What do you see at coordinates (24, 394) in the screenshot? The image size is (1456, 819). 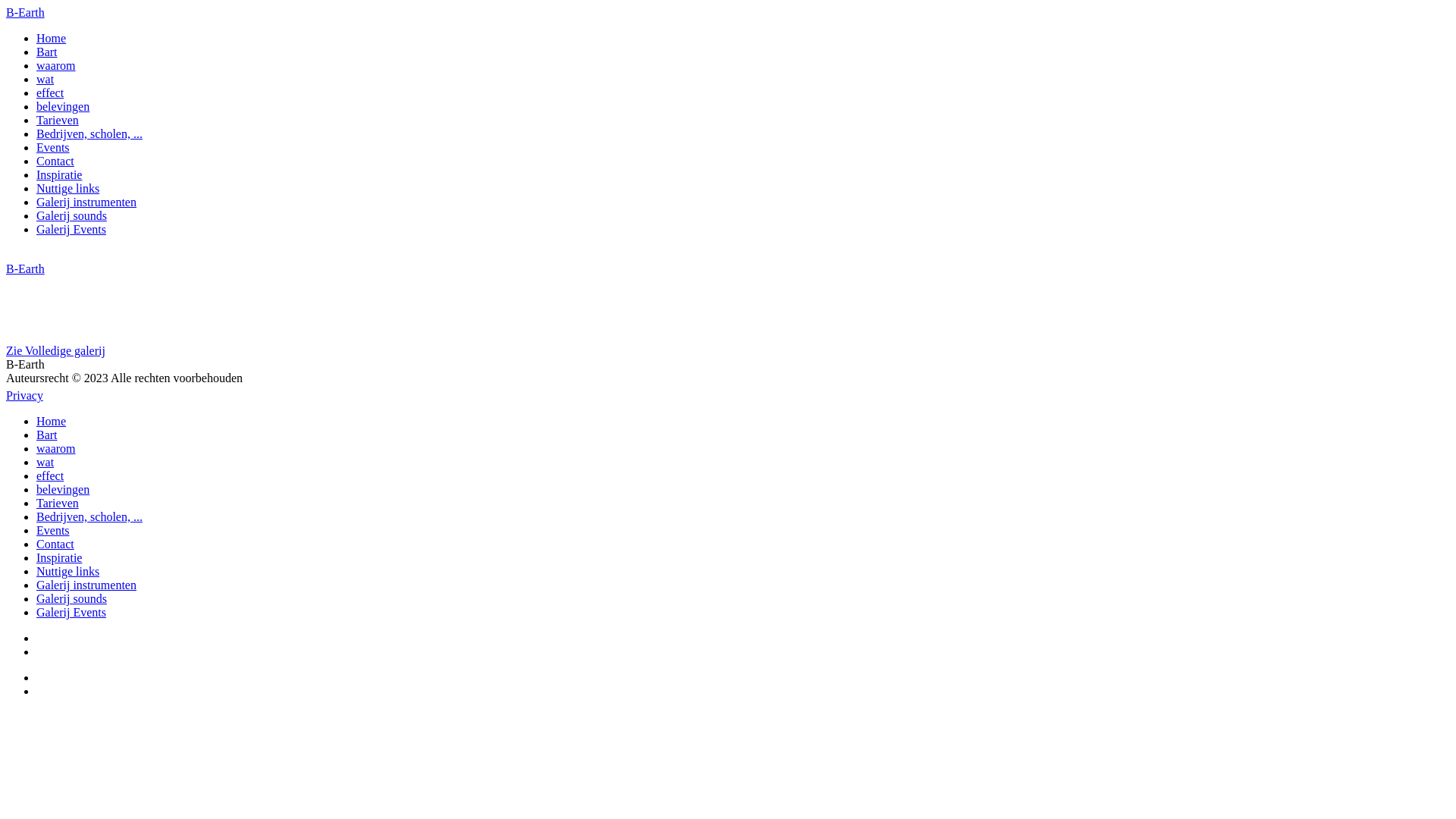 I see `'Privacy'` at bounding box center [24, 394].